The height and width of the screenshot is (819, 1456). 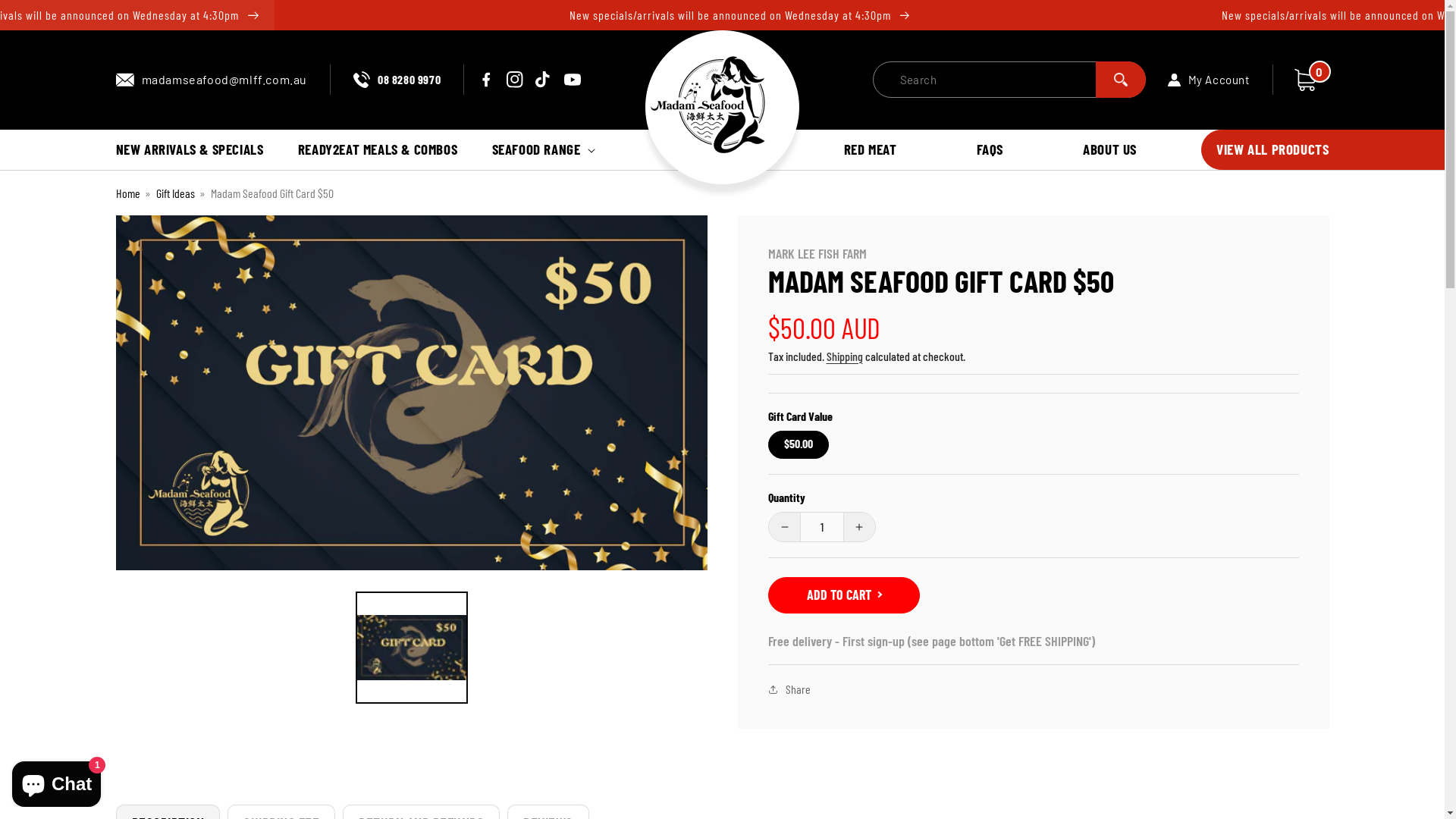 I want to click on 'Instagram', so click(x=514, y=79).